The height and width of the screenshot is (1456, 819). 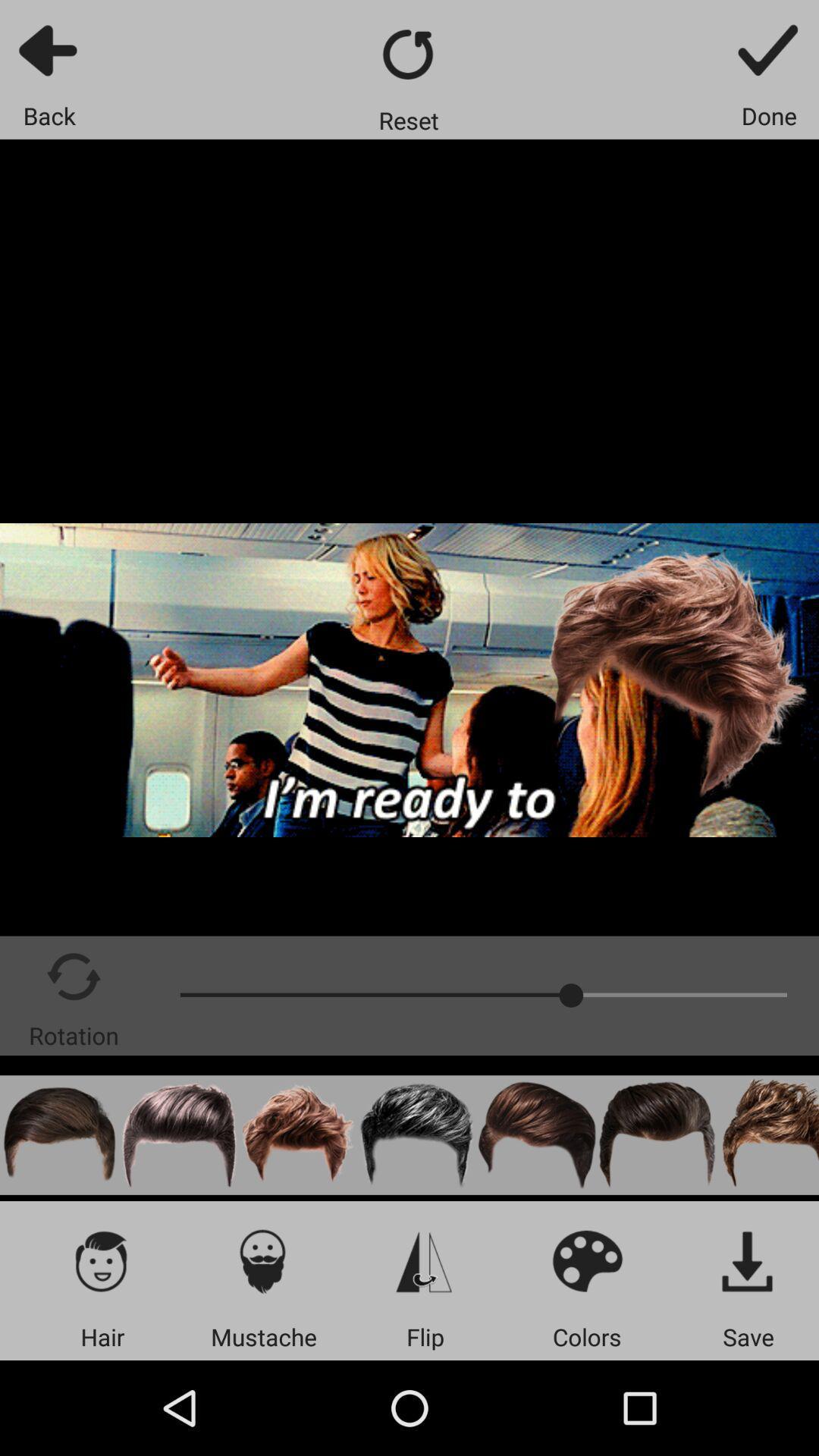 What do you see at coordinates (748, 1260) in the screenshot?
I see `the file_download icon` at bounding box center [748, 1260].